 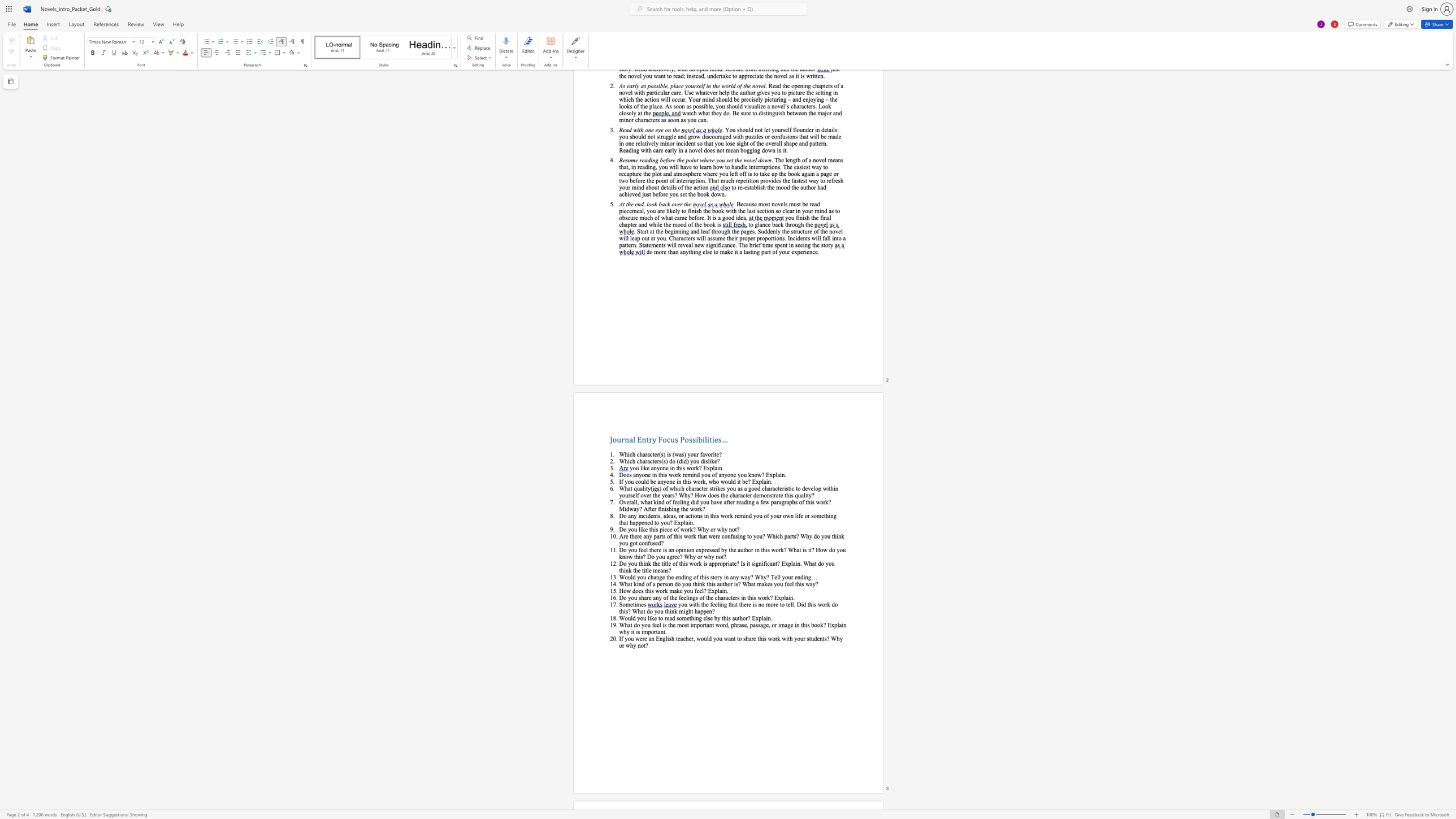 I want to click on the subset text "could be anyone in th" within the text "If you could be anyone in this work, who would it be? Explain.", so click(x=635, y=481).